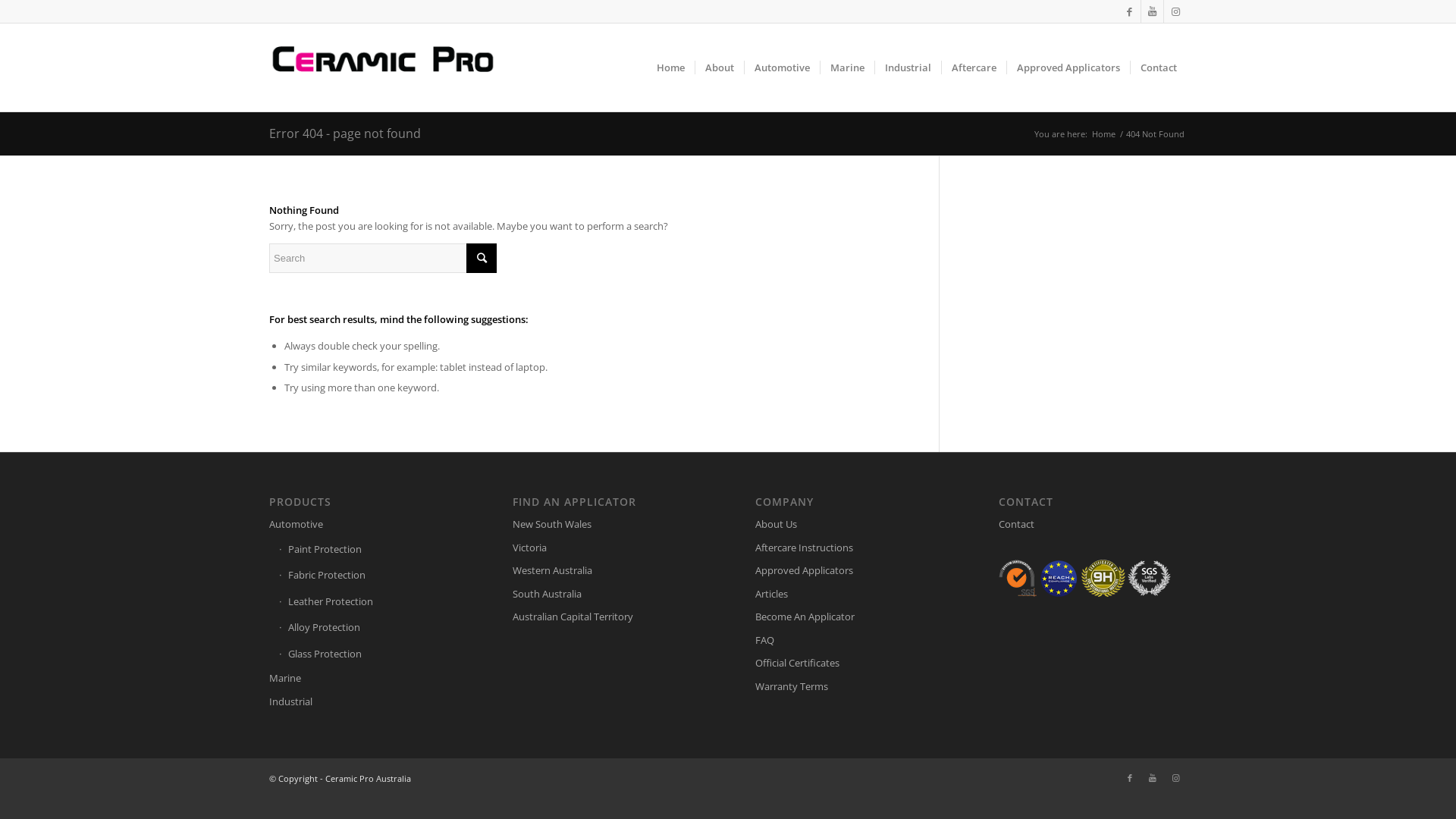  Describe the element at coordinates (368, 550) in the screenshot. I see `'Paint Protection'` at that location.